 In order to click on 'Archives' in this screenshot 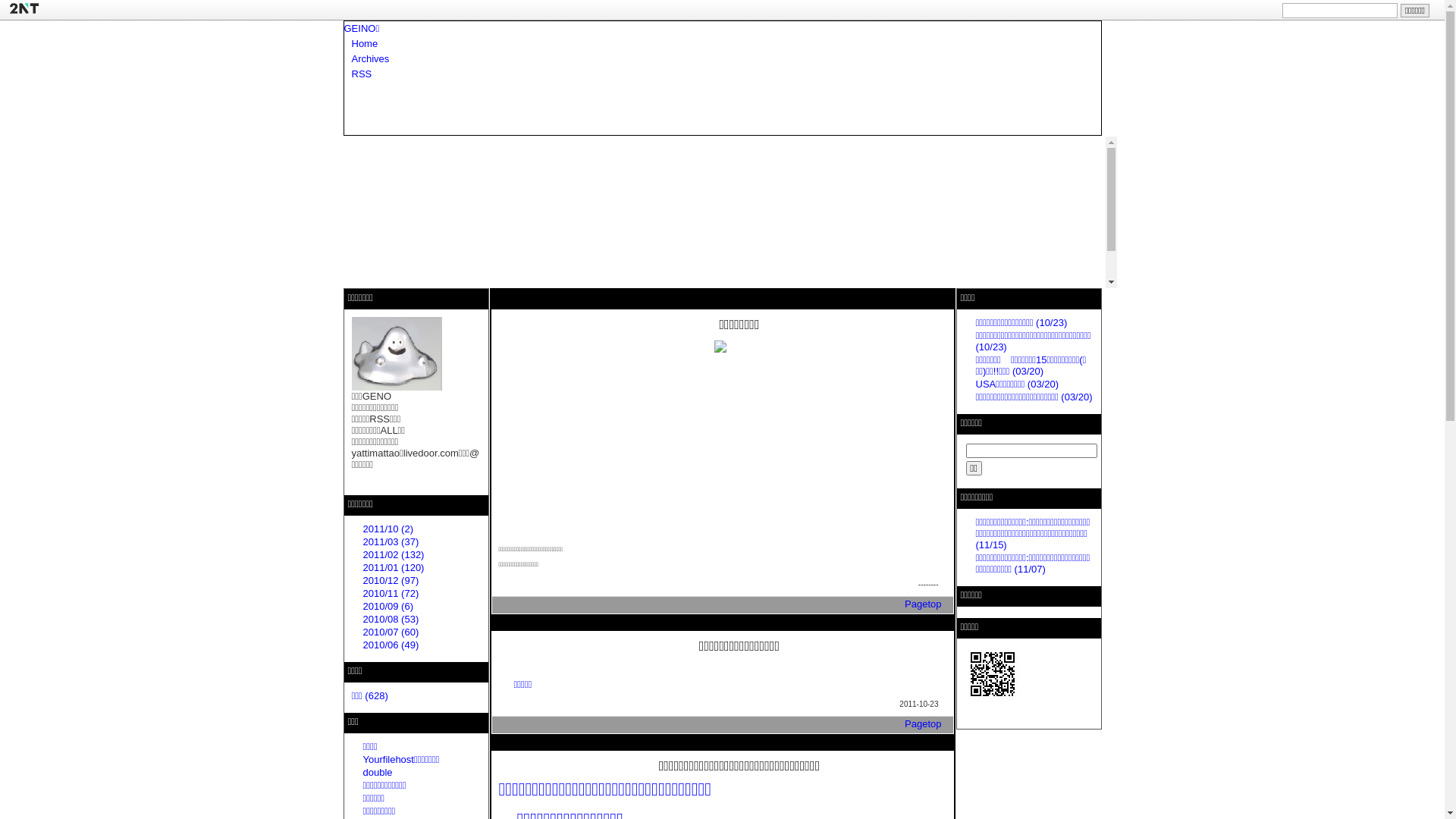, I will do `click(371, 58)`.